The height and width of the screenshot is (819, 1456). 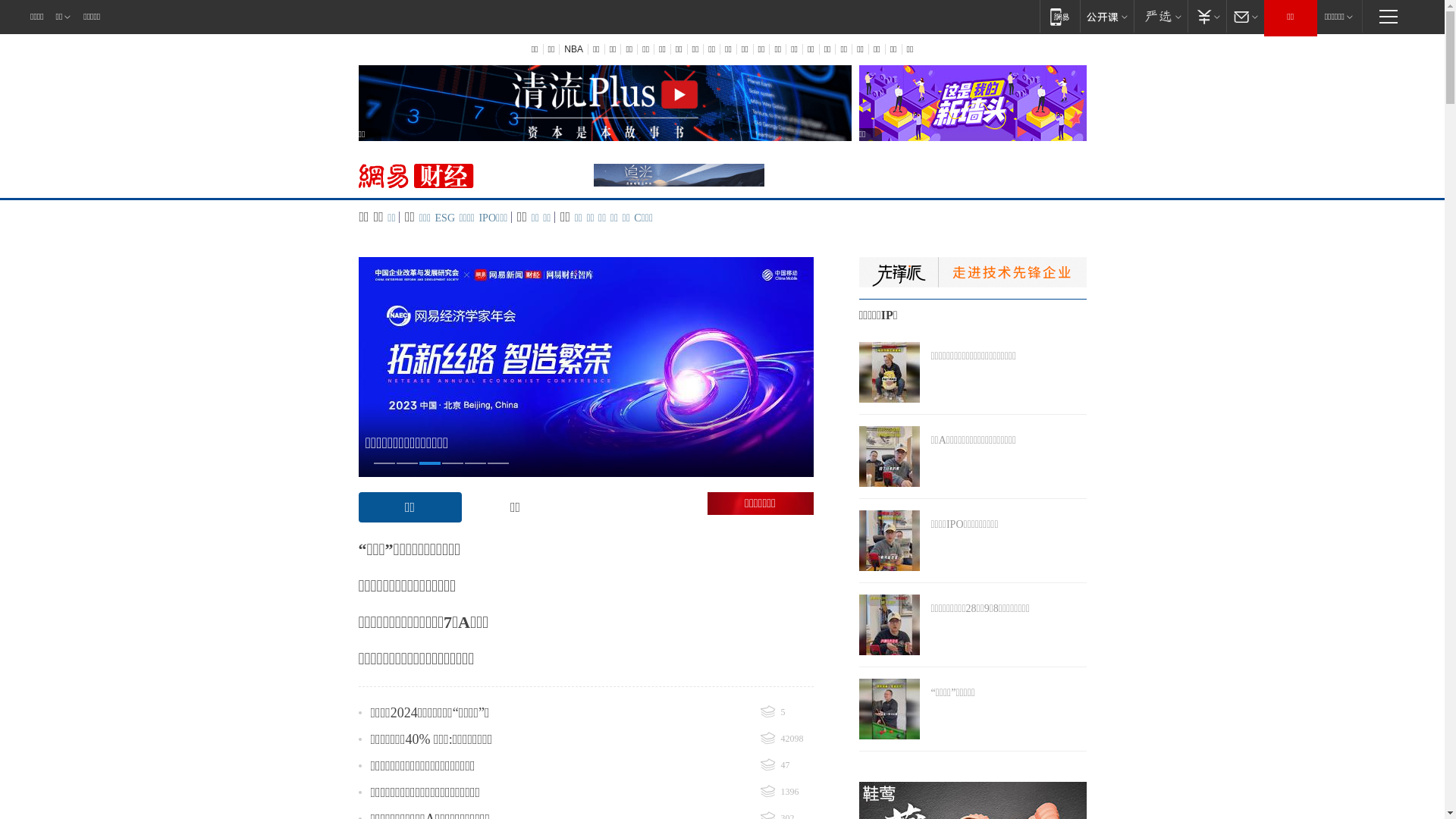 I want to click on 'ESG', so click(x=444, y=218).